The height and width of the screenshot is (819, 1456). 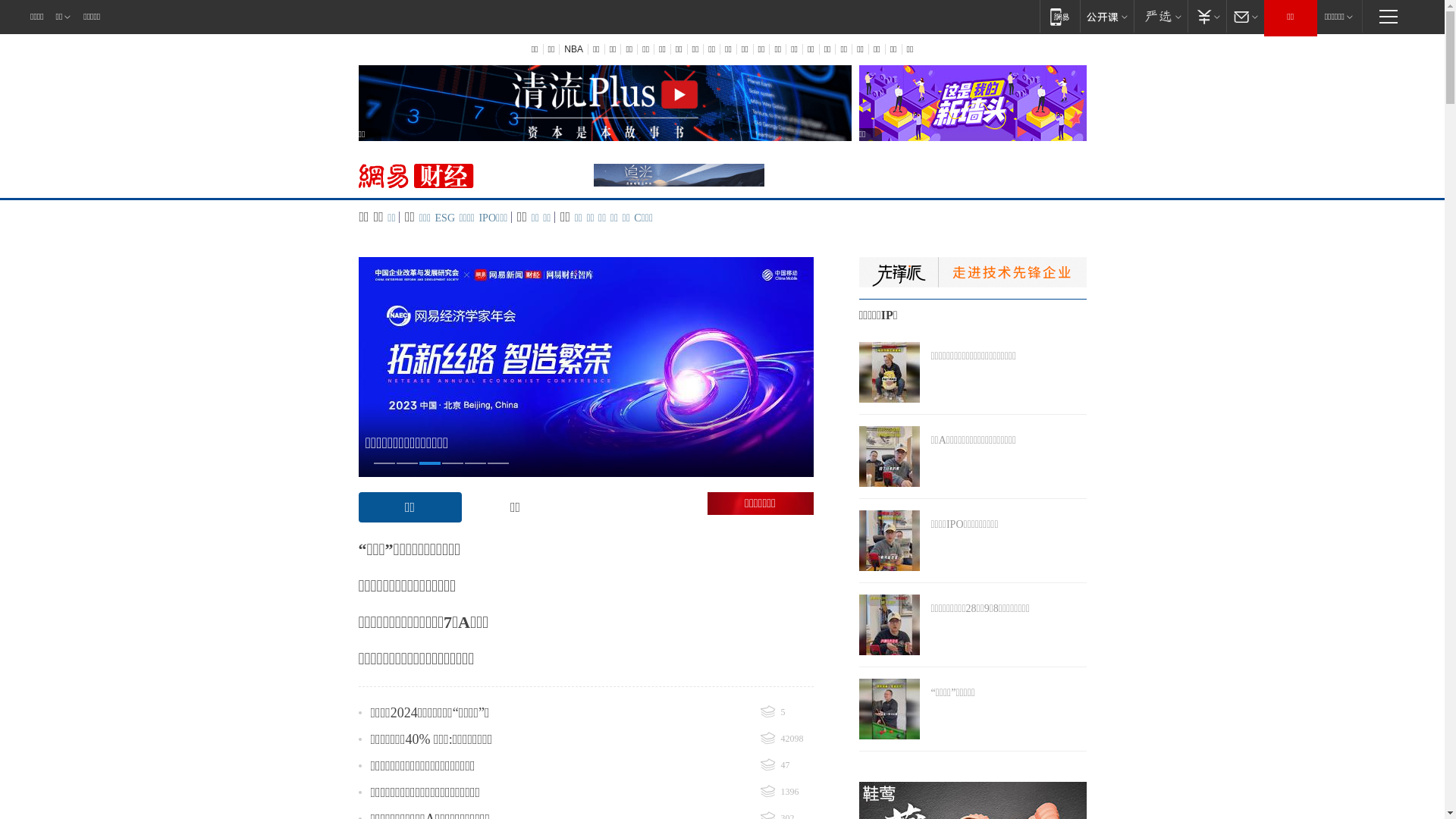 I want to click on 'ESG', so click(x=444, y=218).